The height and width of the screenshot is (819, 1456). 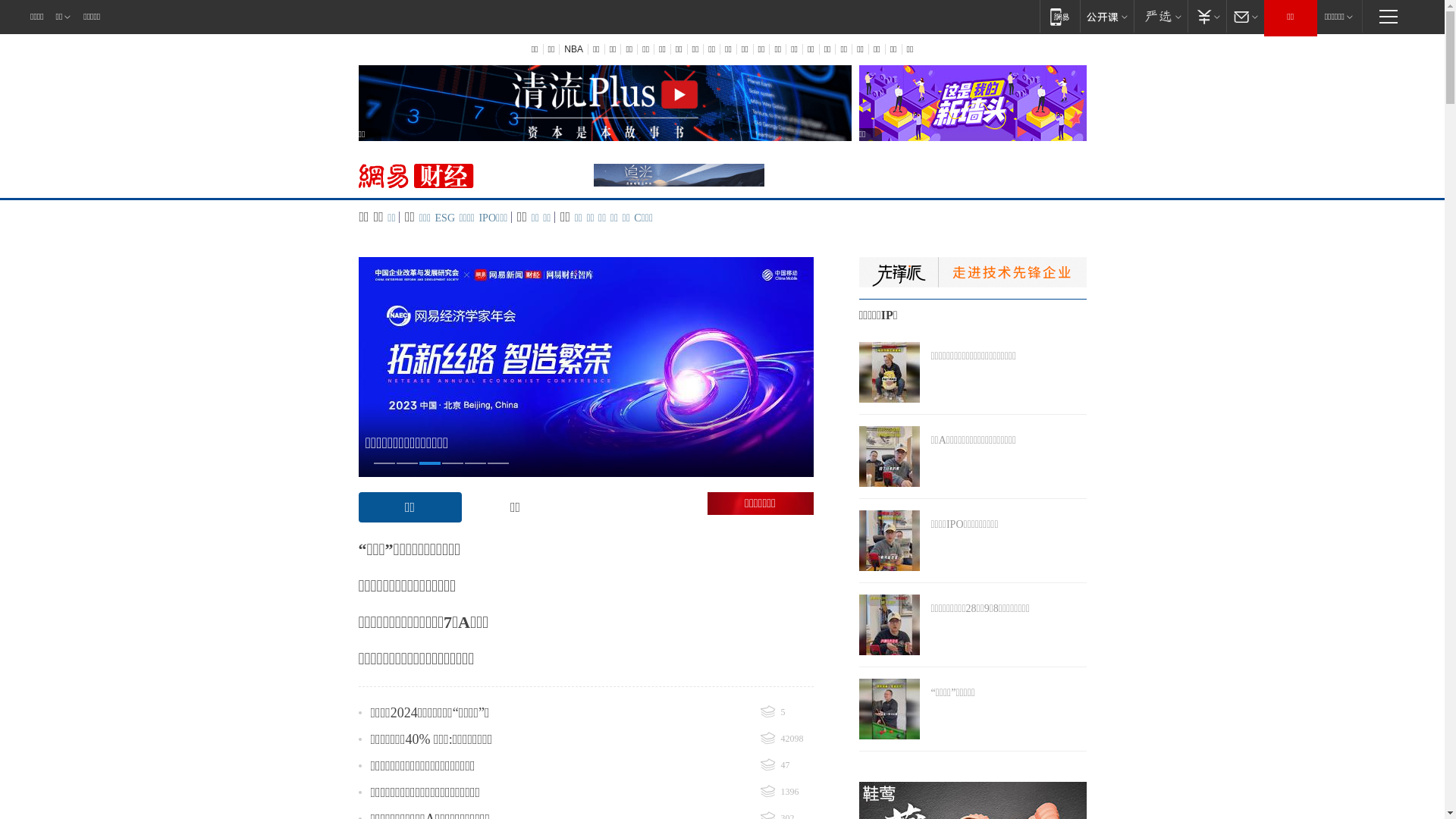 I want to click on 'ESG', so click(x=444, y=218).